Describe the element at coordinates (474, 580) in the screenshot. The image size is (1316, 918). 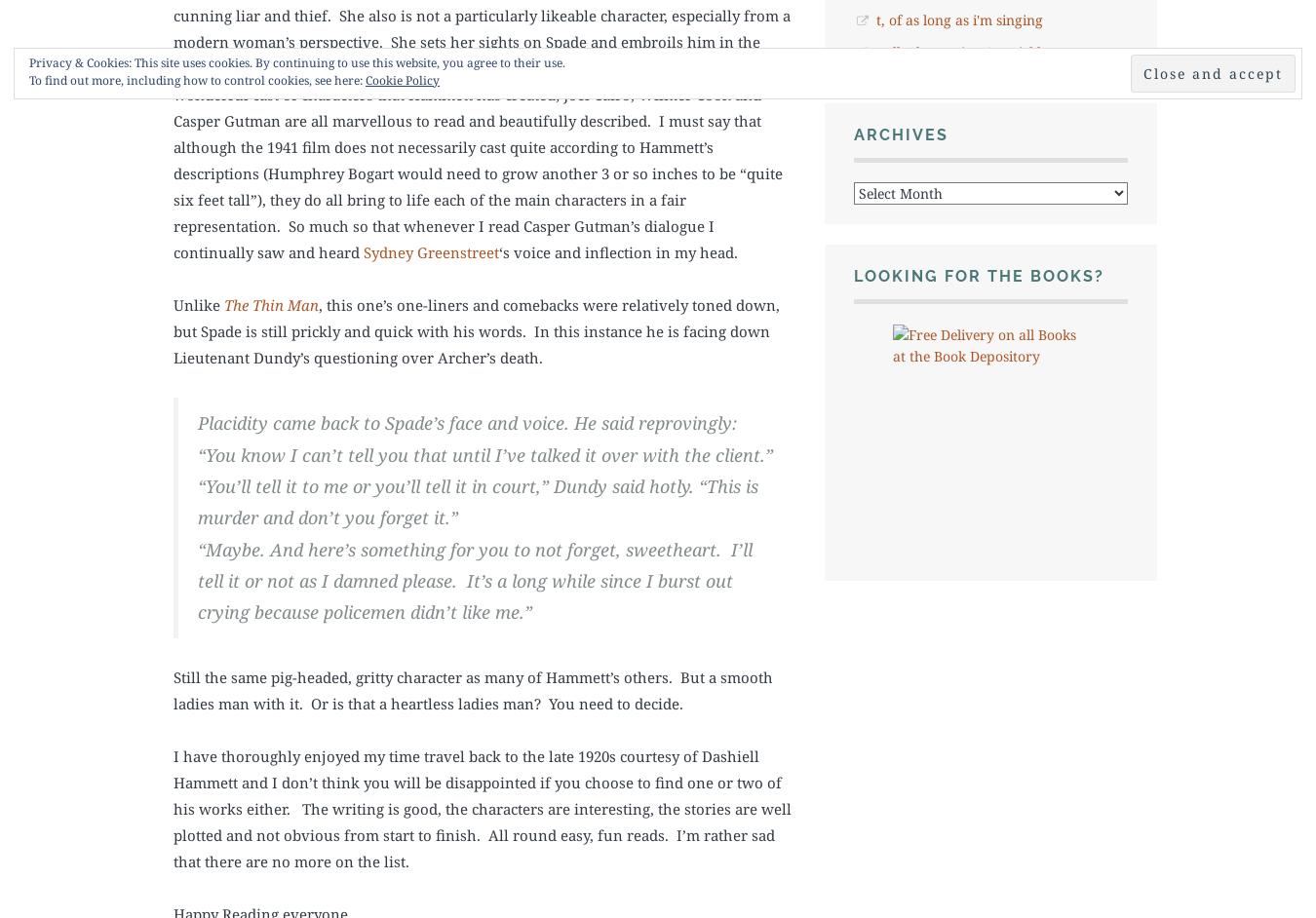
I see `'“Maybe. And here’s something for you to not forget, sweetheart.  I’ll tell it or not as I damned please.  It’s a long while since I burst out crying because policemen didn’t like me.”'` at that location.